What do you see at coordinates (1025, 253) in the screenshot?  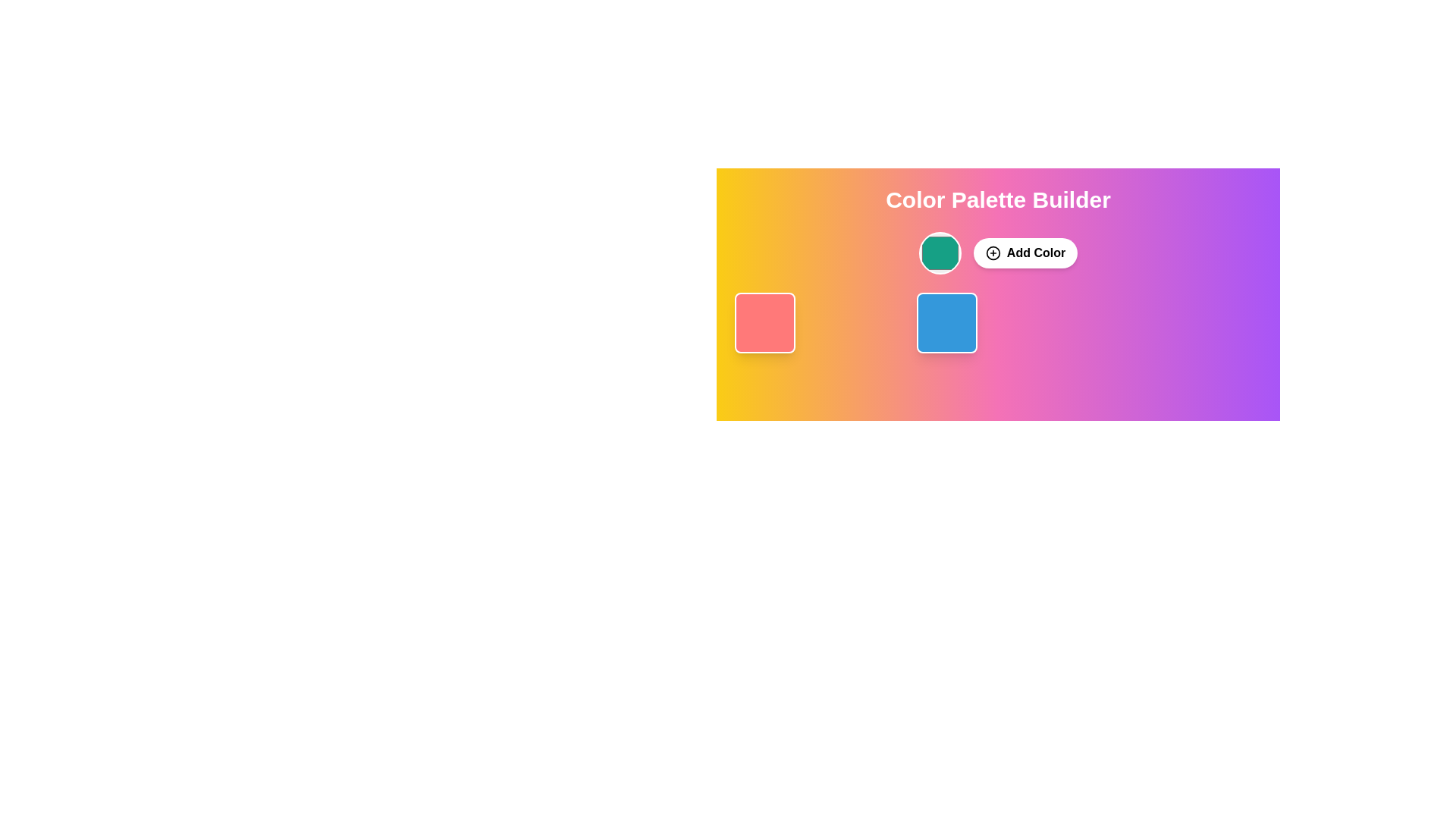 I see `the button` at bounding box center [1025, 253].